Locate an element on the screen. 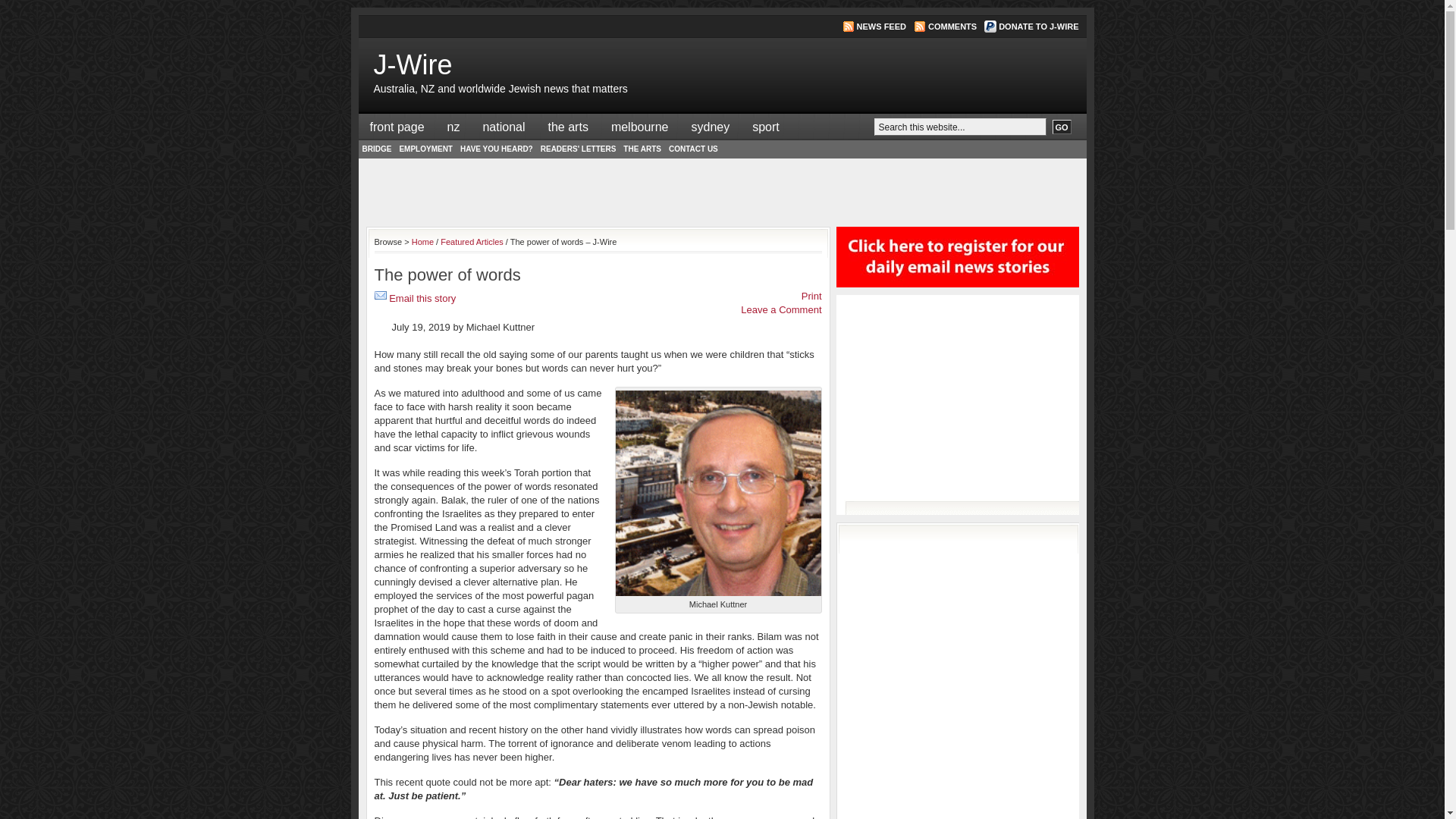  'Email this story' is located at coordinates (381, 295).